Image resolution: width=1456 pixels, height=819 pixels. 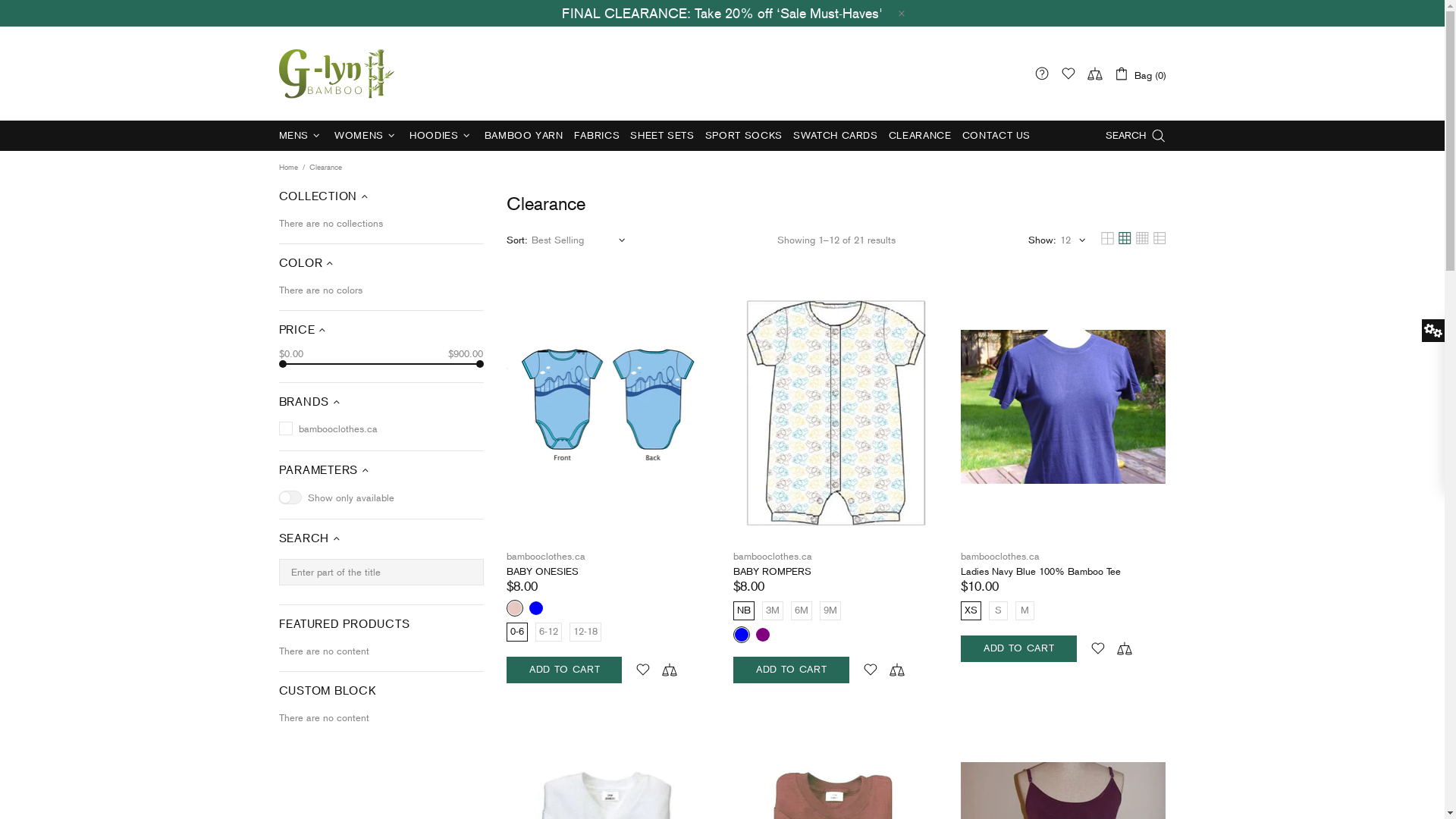 I want to click on 'Bag (0)', so click(x=1139, y=73).